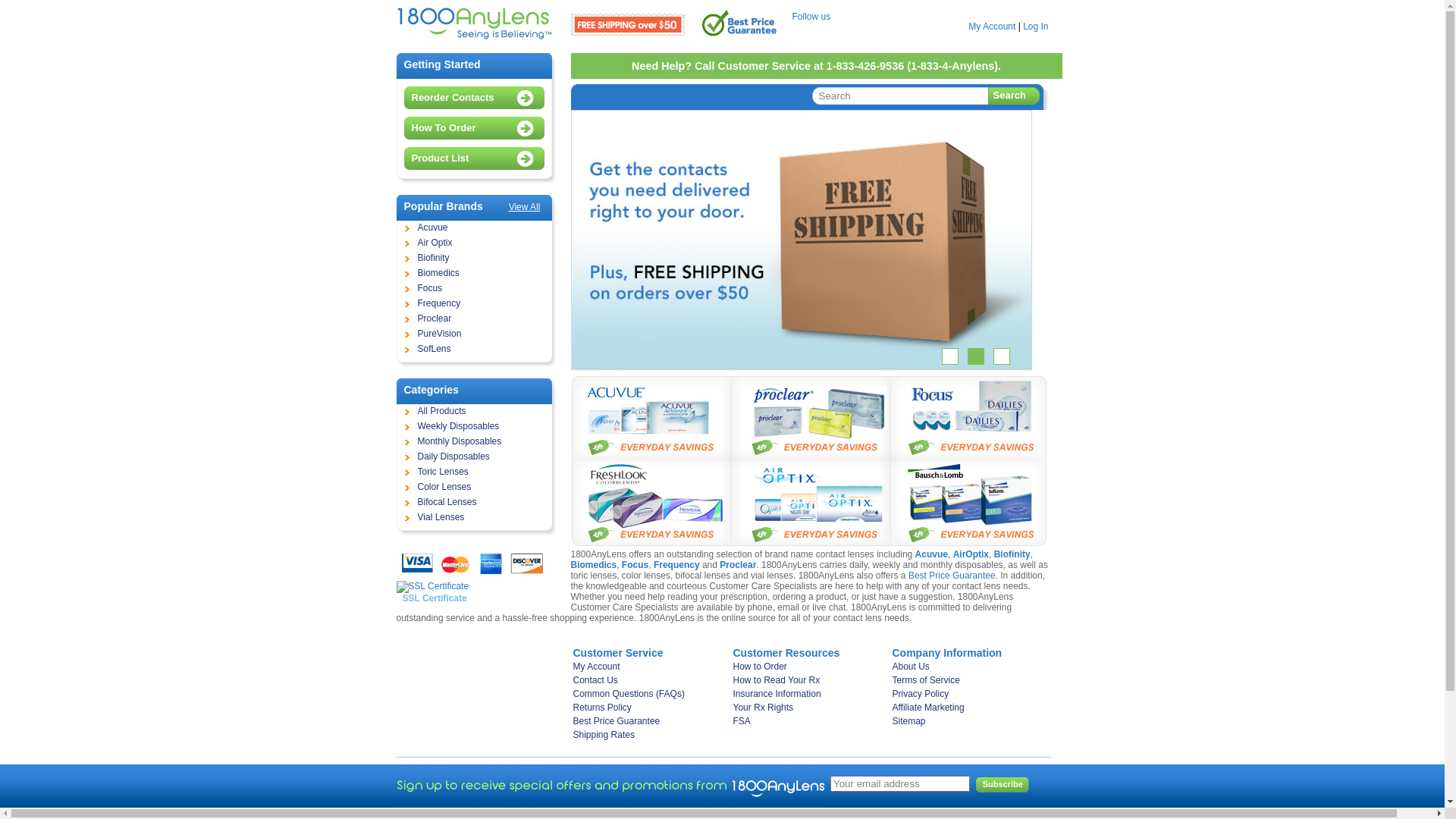  I want to click on 'Focus', so click(635, 564).